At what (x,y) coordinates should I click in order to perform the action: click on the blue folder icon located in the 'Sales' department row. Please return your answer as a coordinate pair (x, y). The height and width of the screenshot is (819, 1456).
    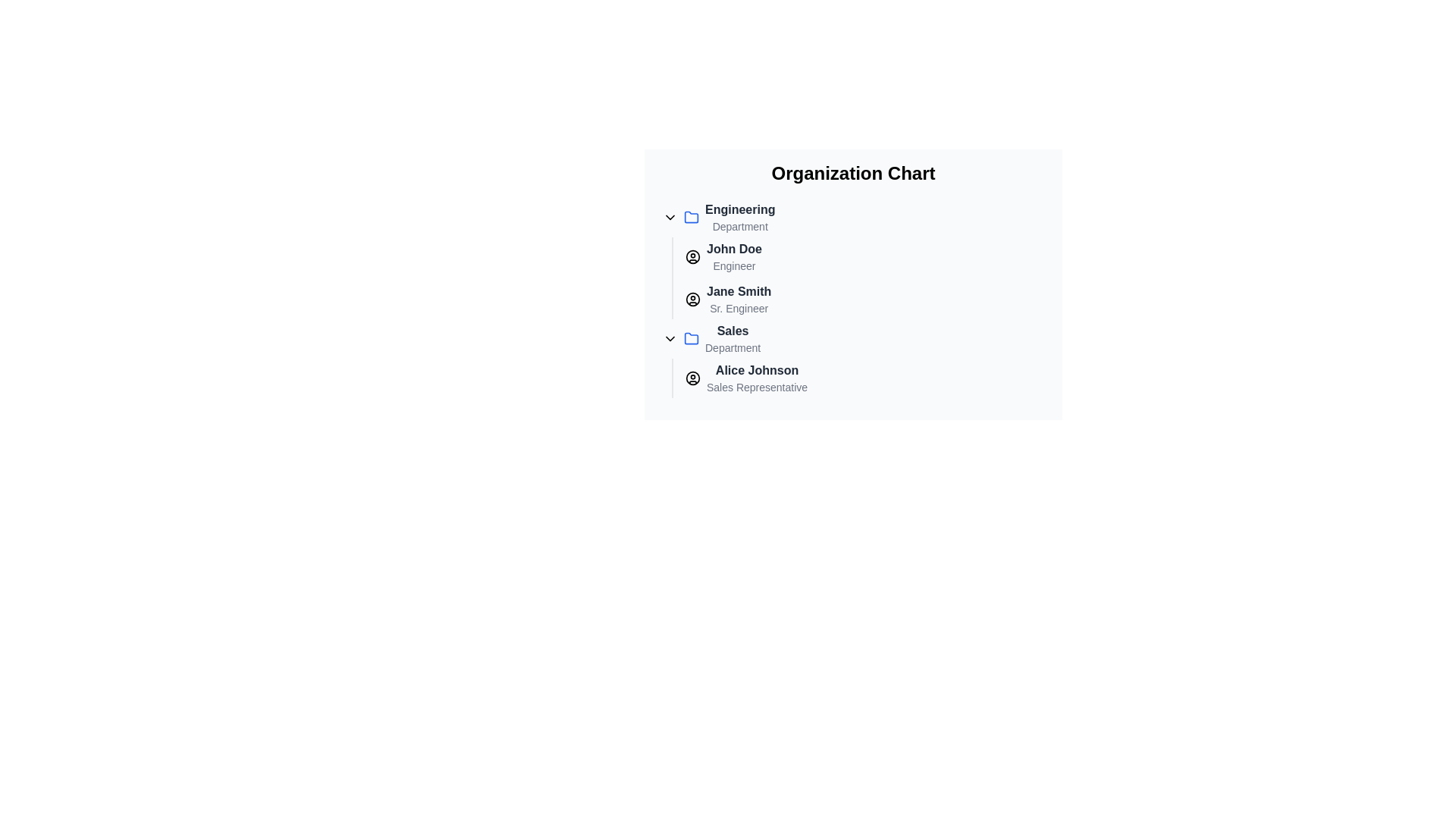
    Looking at the image, I should click on (691, 338).